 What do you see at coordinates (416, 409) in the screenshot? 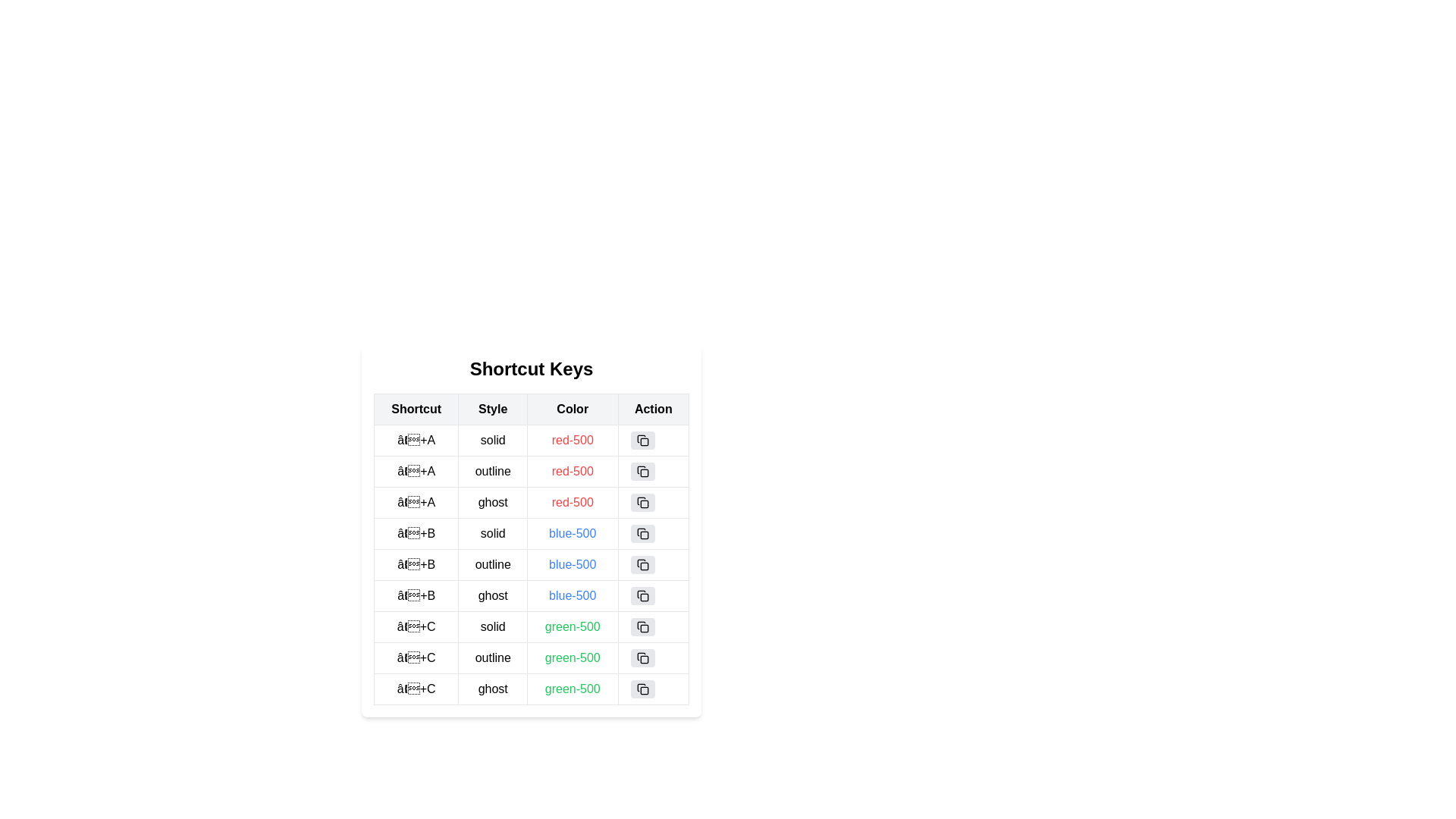
I see `the first table header cell that indicates the column contains data related to shortcuts` at bounding box center [416, 409].